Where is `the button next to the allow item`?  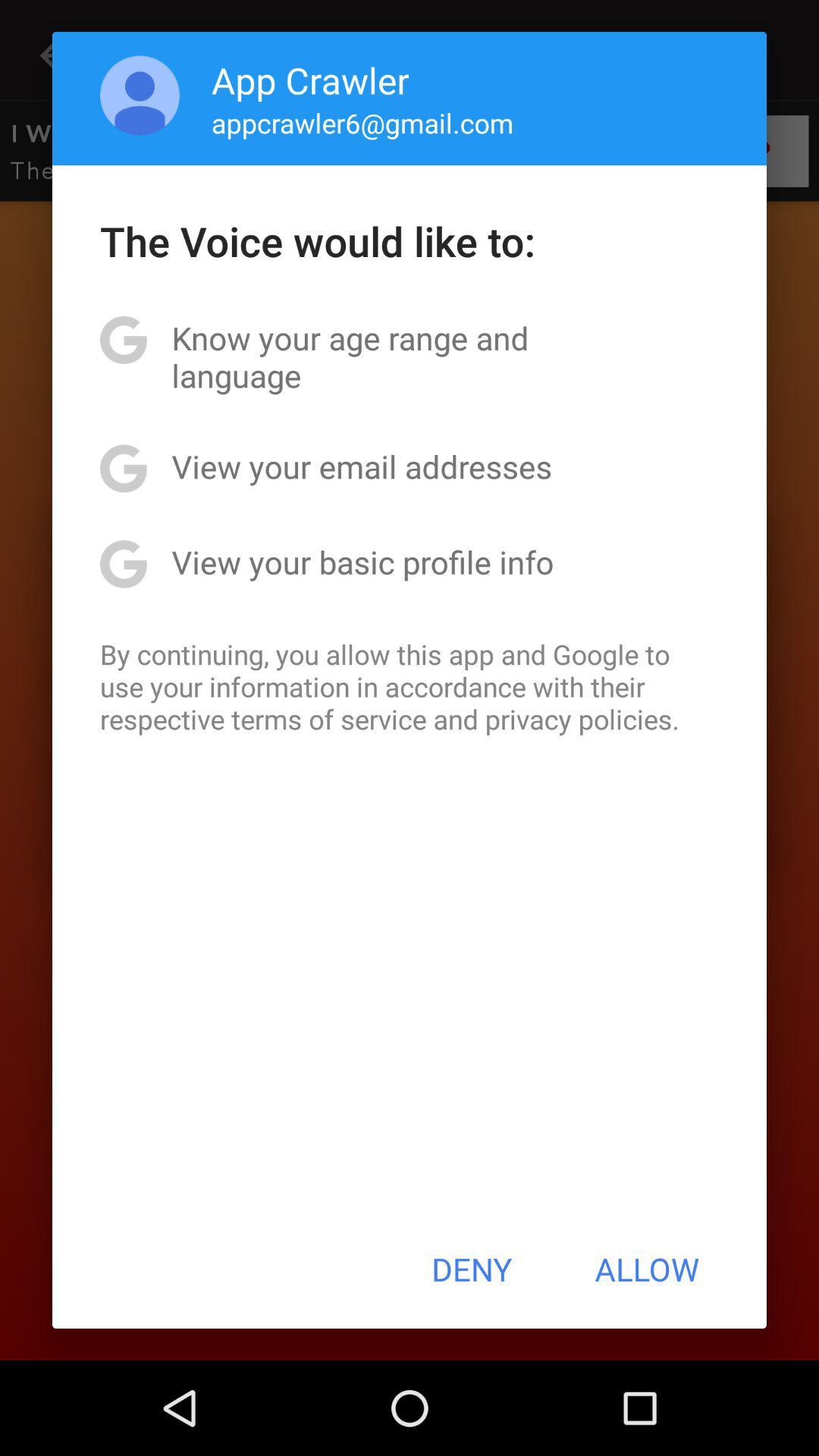
the button next to the allow item is located at coordinates (471, 1269).